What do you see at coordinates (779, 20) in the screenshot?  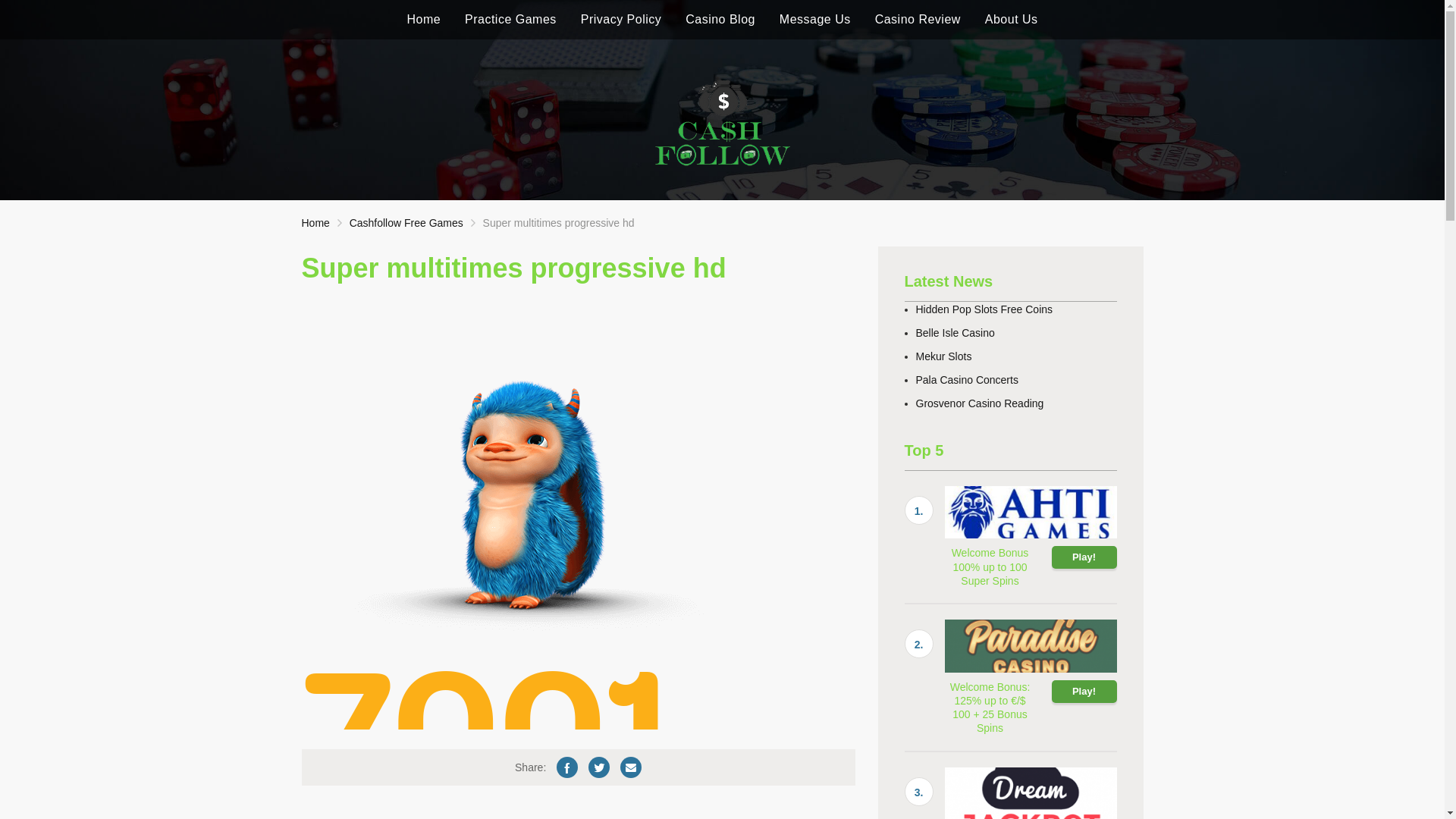 I see `'Message Us'` at bounding box center [779, 20].